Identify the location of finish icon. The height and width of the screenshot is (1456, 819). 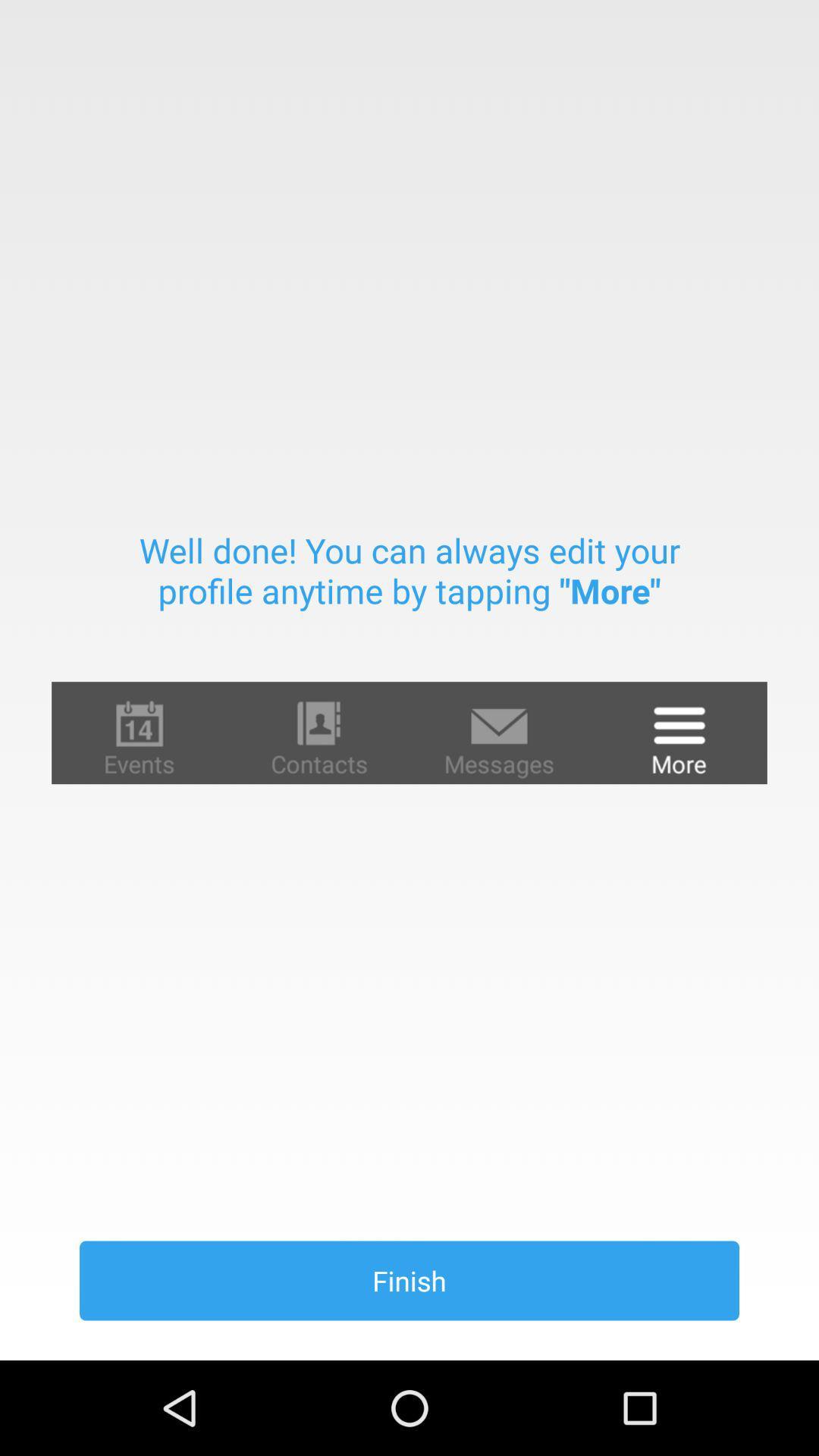
(409, 1280).